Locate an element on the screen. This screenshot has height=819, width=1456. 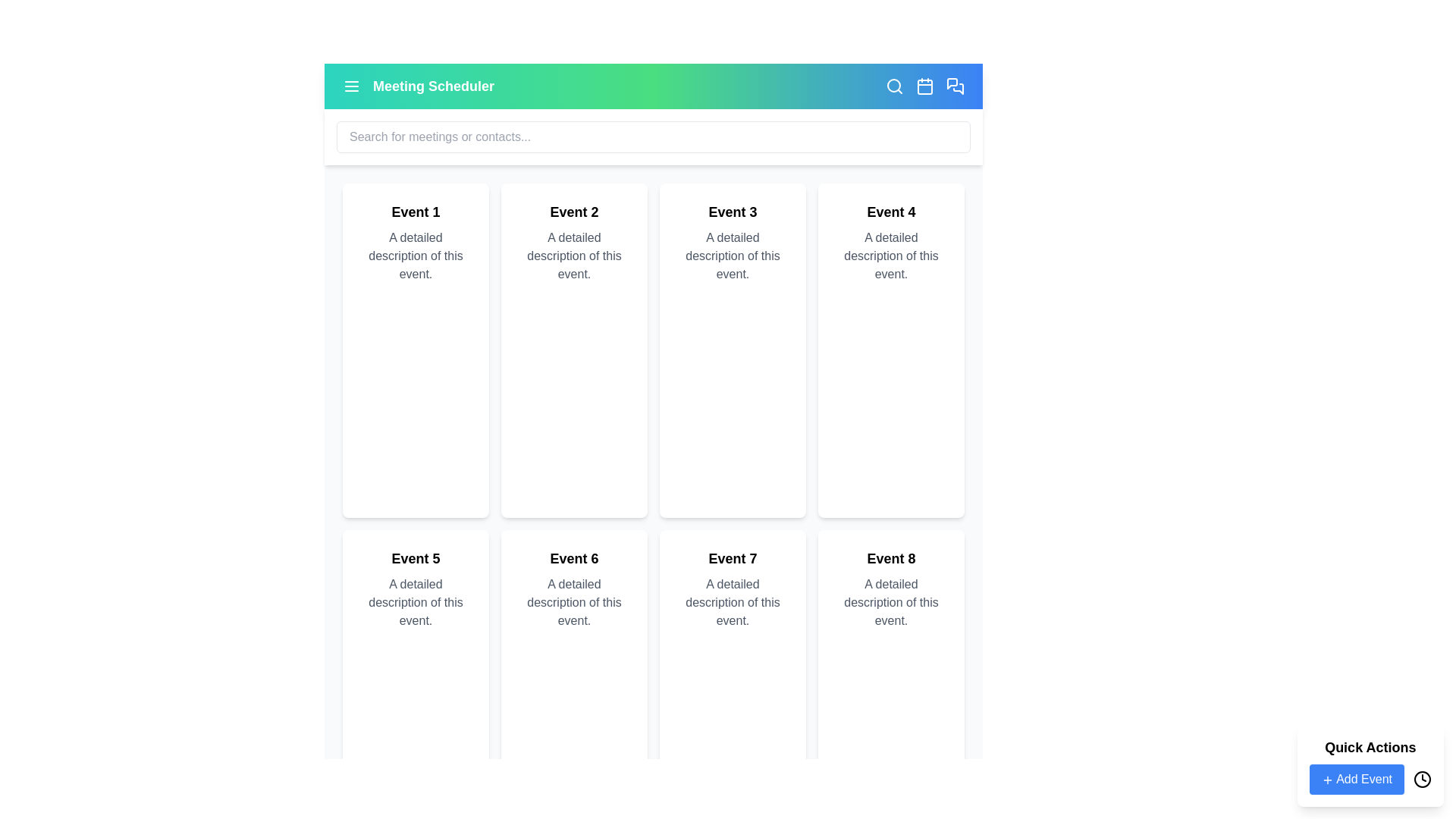
the Information card displaying details about Event 2, which is located in the top row and second column of the grid layout is located at coordinates (573, 350).